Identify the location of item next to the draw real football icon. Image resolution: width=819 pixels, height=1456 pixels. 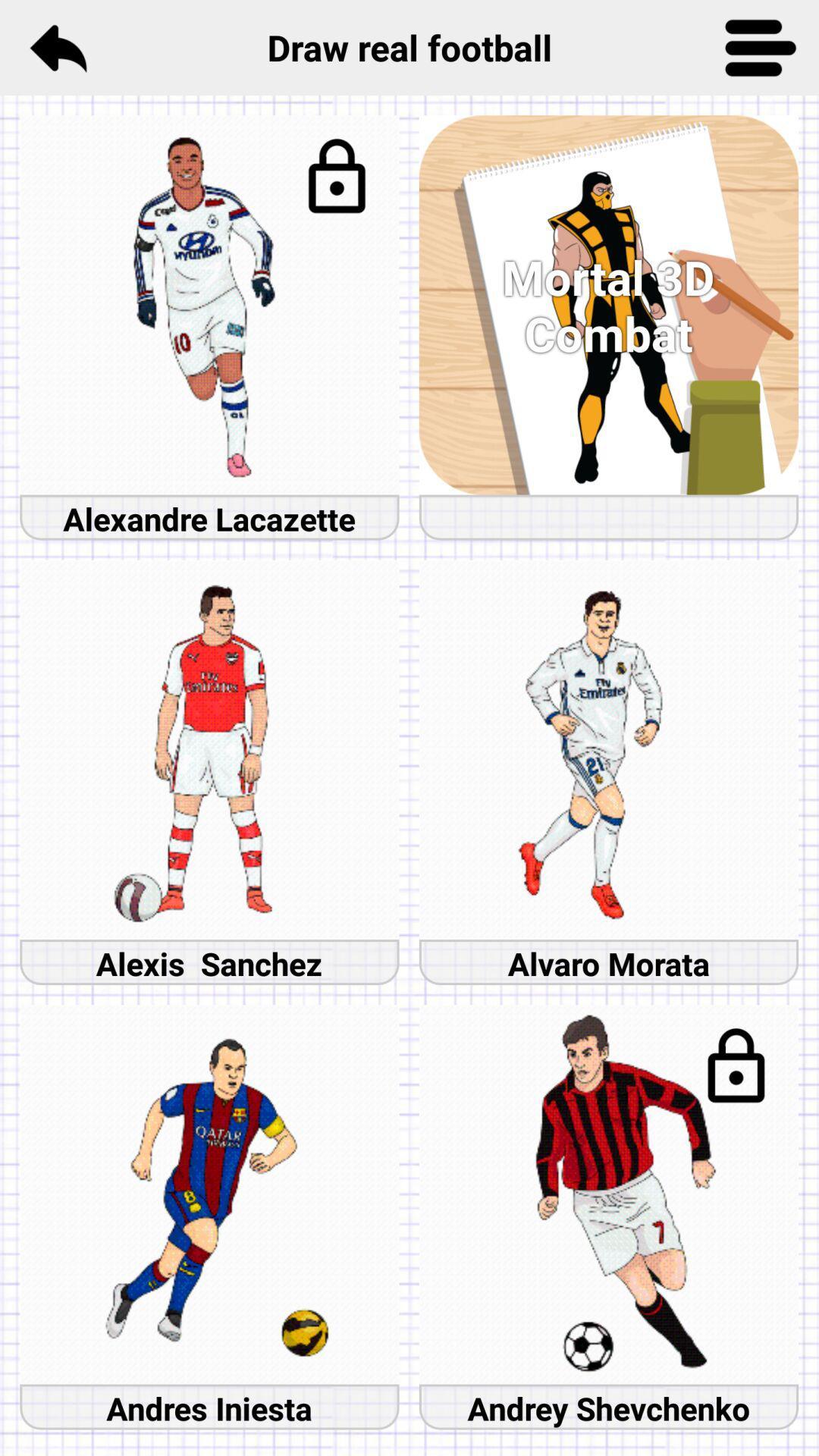
(57, 47).